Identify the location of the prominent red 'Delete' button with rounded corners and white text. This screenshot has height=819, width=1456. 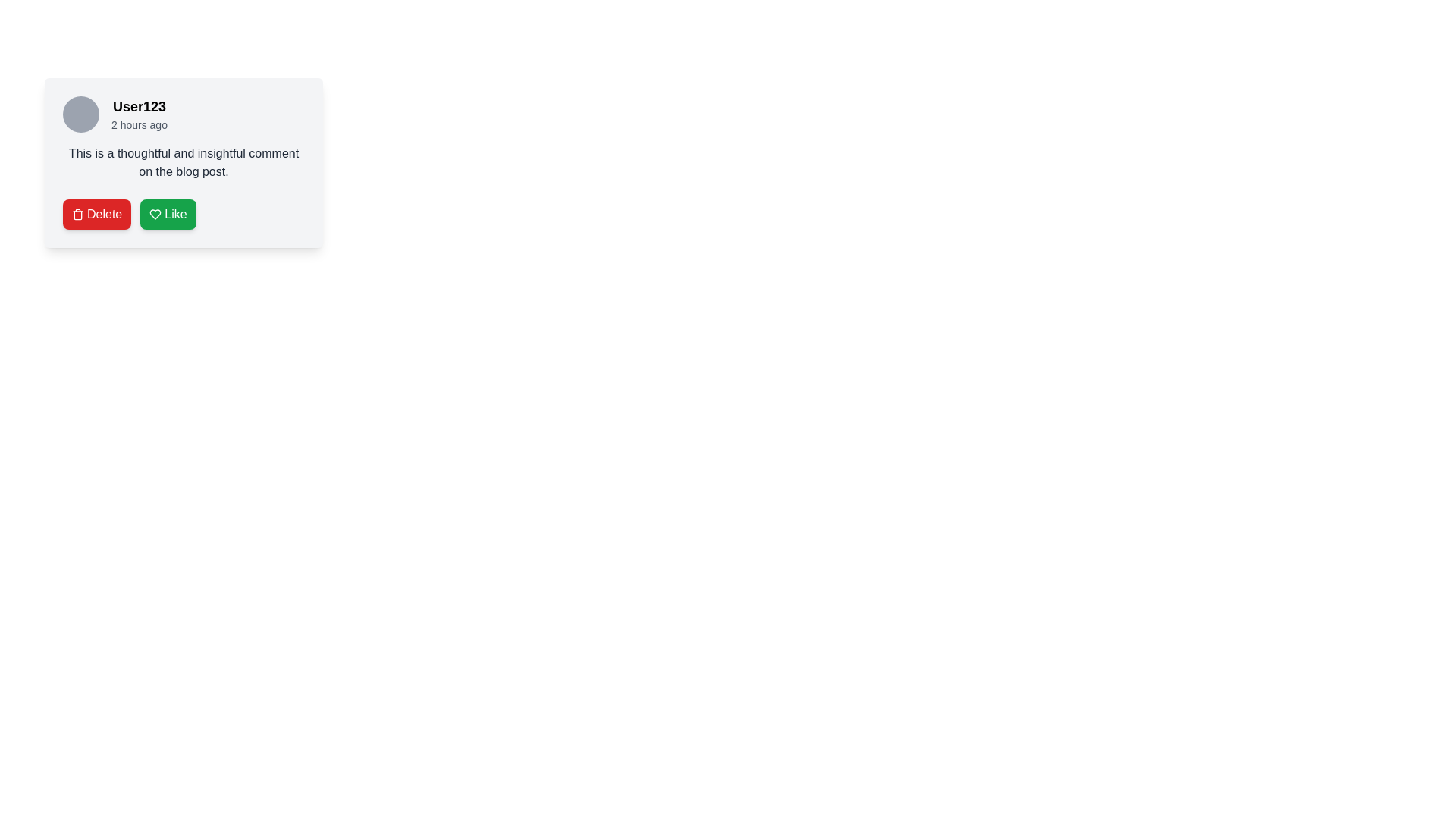
(96, 214).